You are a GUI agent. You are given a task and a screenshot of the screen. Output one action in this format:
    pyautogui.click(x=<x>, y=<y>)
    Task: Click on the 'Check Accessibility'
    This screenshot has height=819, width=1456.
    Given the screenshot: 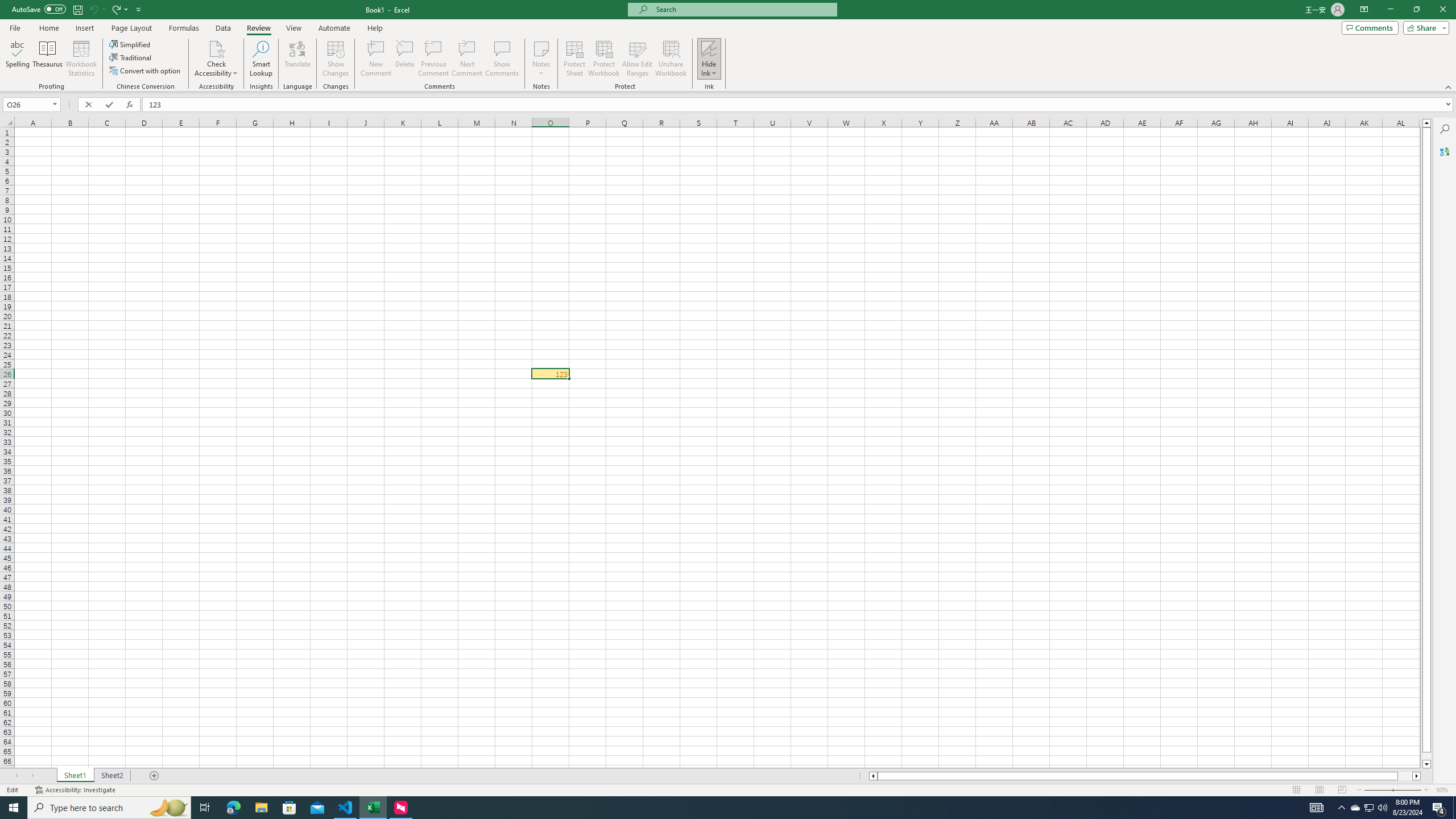 What is the action you would take?
    pyautogui.click(x=216, y=59)
    